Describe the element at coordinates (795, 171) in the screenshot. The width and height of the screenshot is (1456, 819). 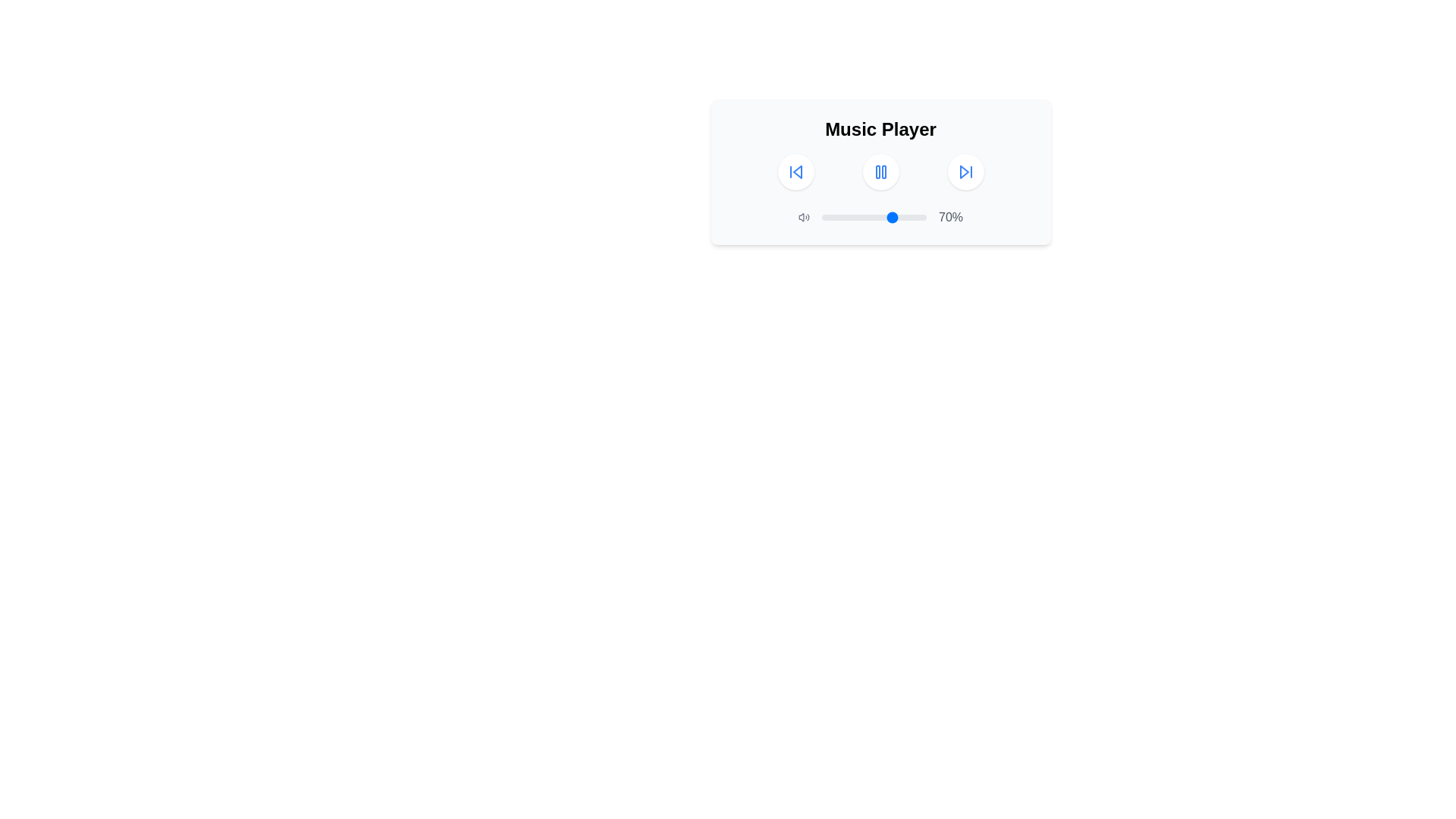
I see `the first circular button in the music player to skip to the previous track` at that location.